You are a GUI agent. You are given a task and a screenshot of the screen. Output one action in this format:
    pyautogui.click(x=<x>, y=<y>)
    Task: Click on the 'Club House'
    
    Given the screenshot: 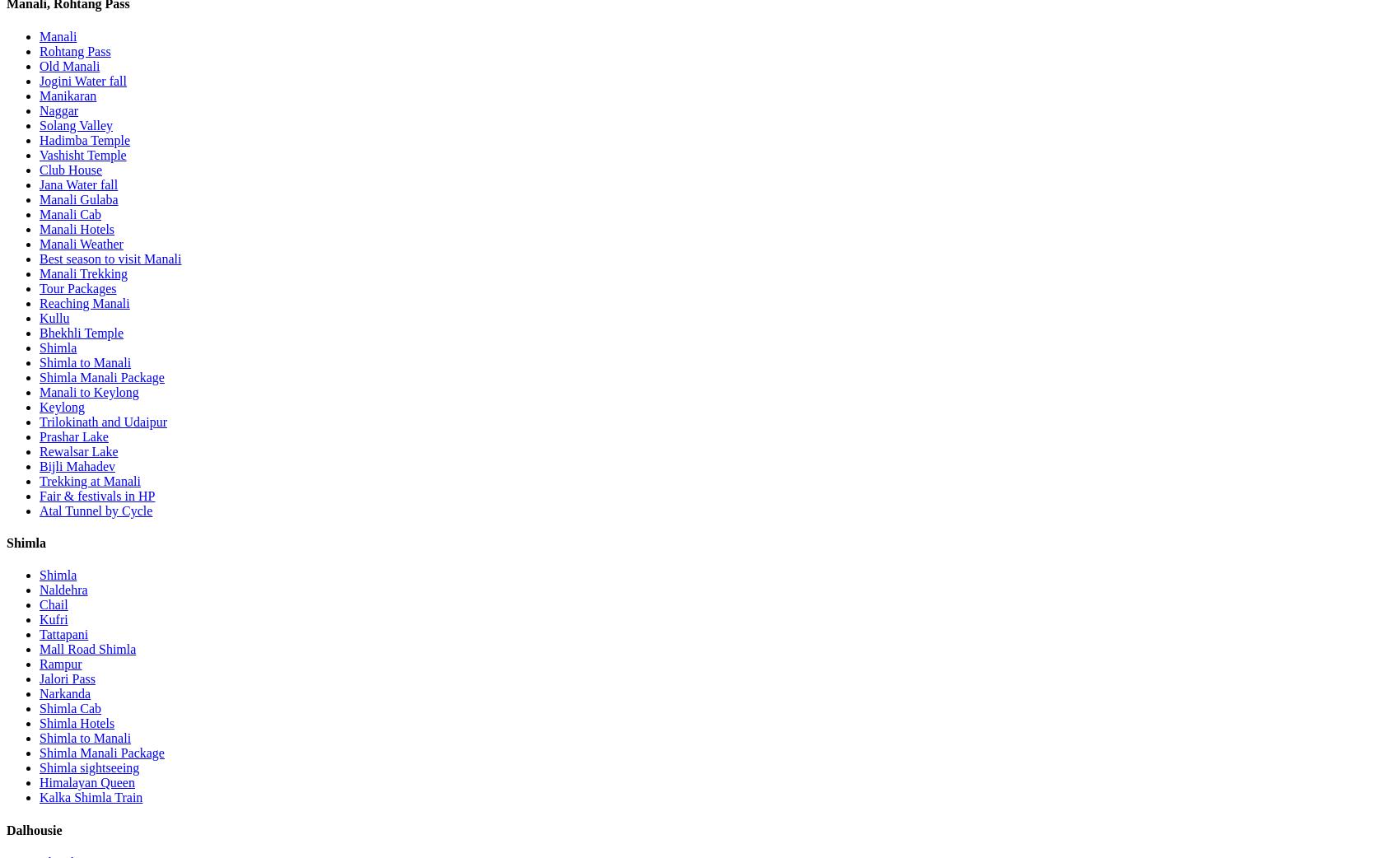 What is the action you would take?
    pyautogui.click(x=71, y=168)
    